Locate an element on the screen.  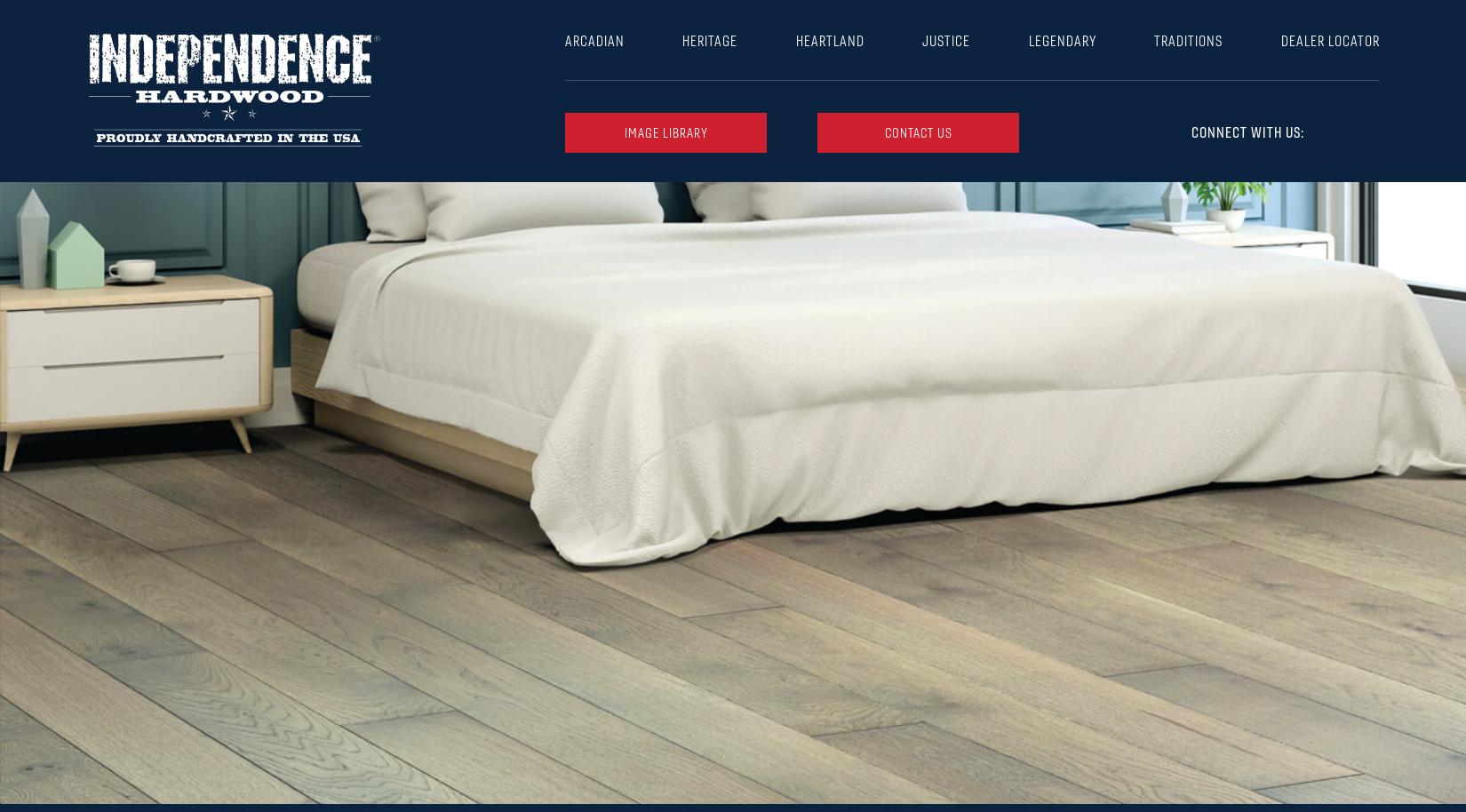
'Justice' is located at coordinates (946, 40).